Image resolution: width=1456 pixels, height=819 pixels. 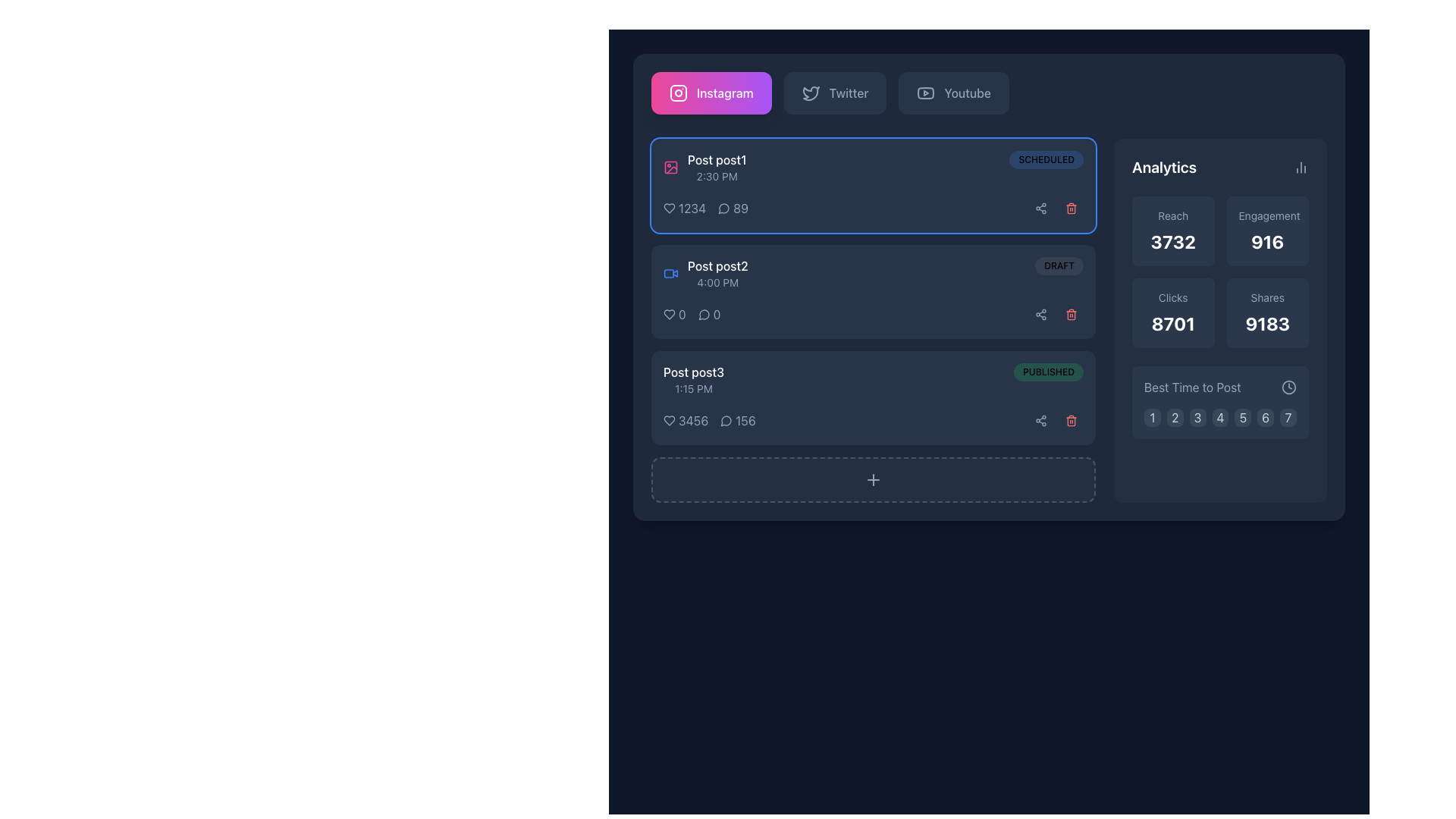 I want to click on the second list item representing a draft post, so click(x=874, y=274).